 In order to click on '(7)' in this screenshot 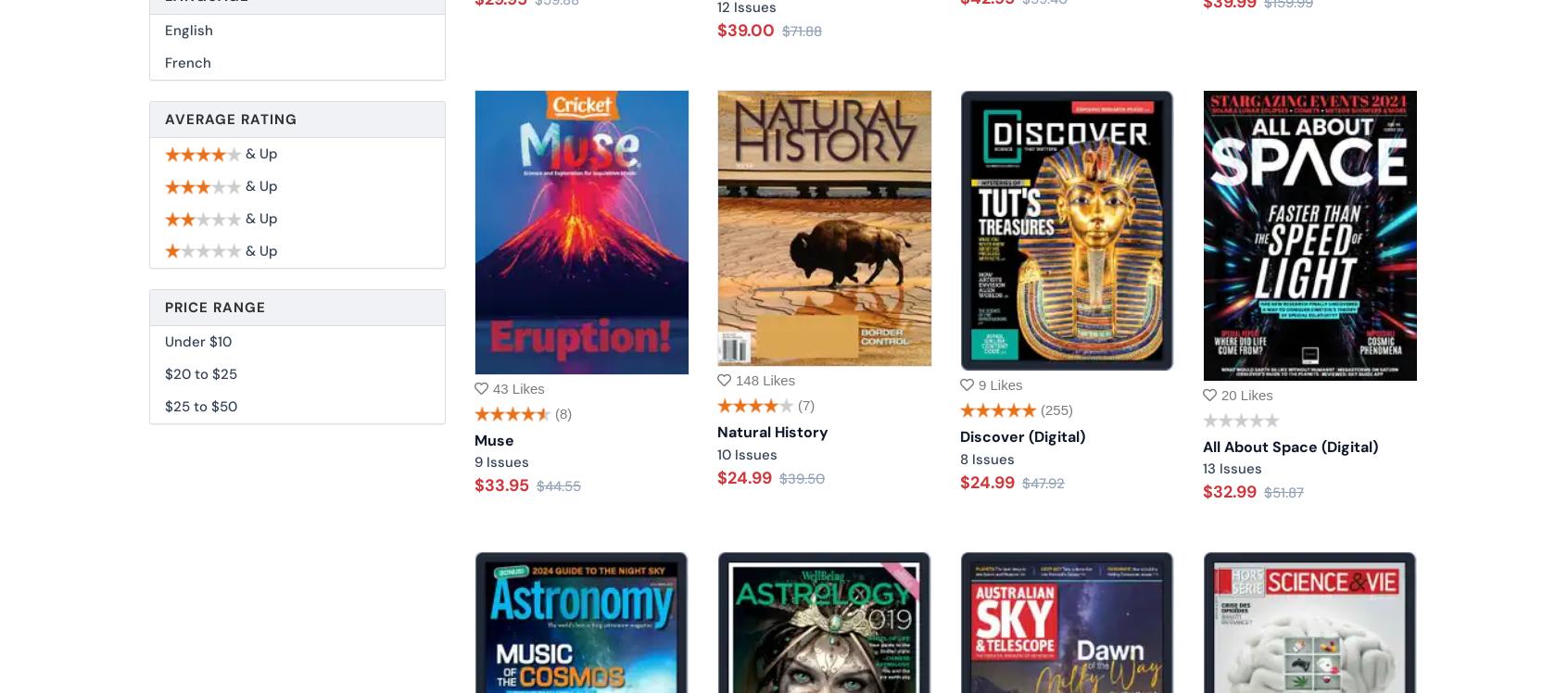, I will do `click(805, 404)`.